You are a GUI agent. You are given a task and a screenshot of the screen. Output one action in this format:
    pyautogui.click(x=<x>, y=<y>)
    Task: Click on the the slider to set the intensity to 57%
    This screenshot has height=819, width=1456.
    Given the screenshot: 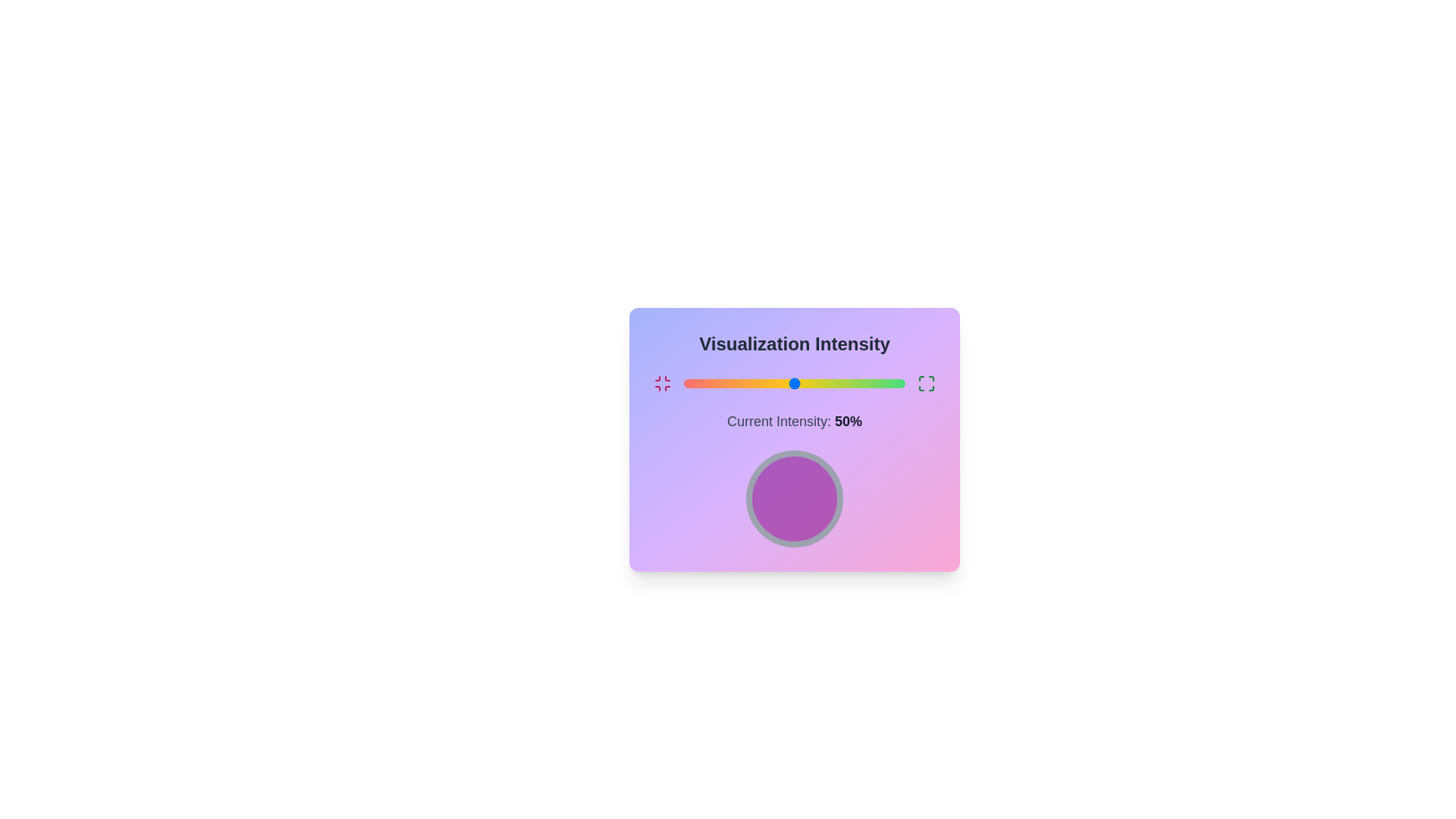 What is the action you would take?
    pyautogui.click(x=809, y=382)
    